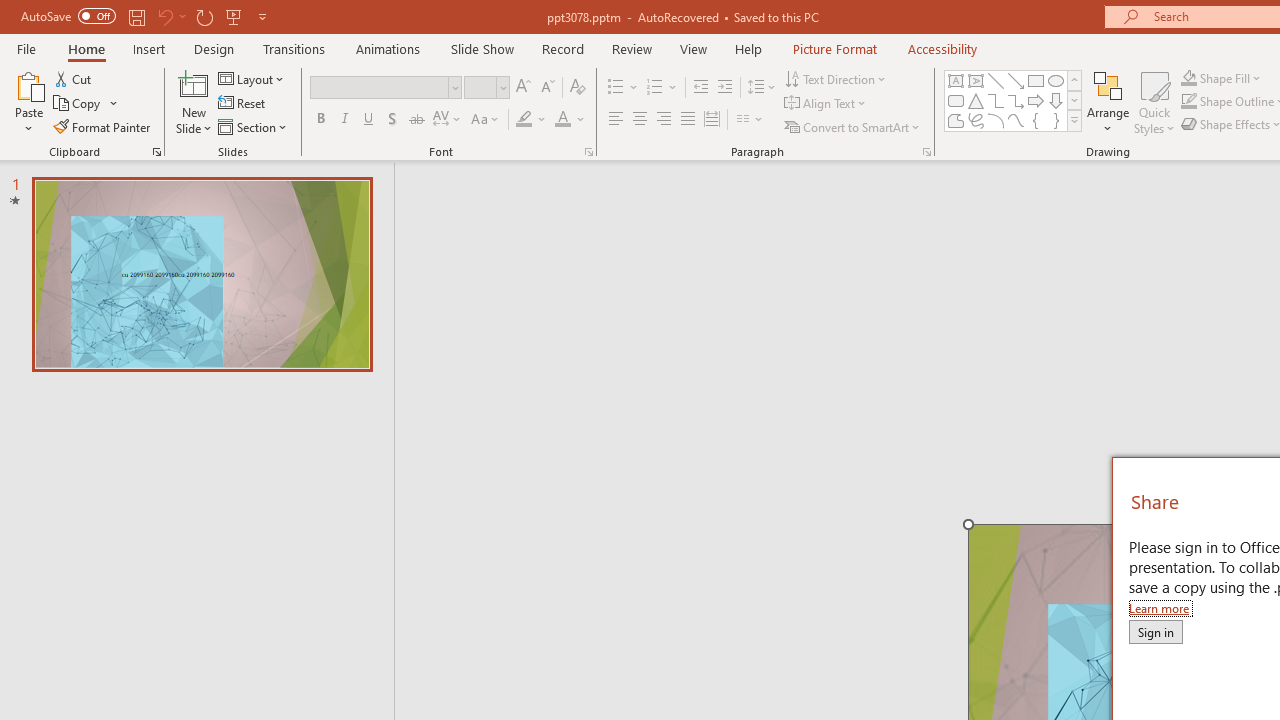 Image resolution: width=1280 pixels, height=720 pixels. I want to click on 'Shadow', so click(392, 119).